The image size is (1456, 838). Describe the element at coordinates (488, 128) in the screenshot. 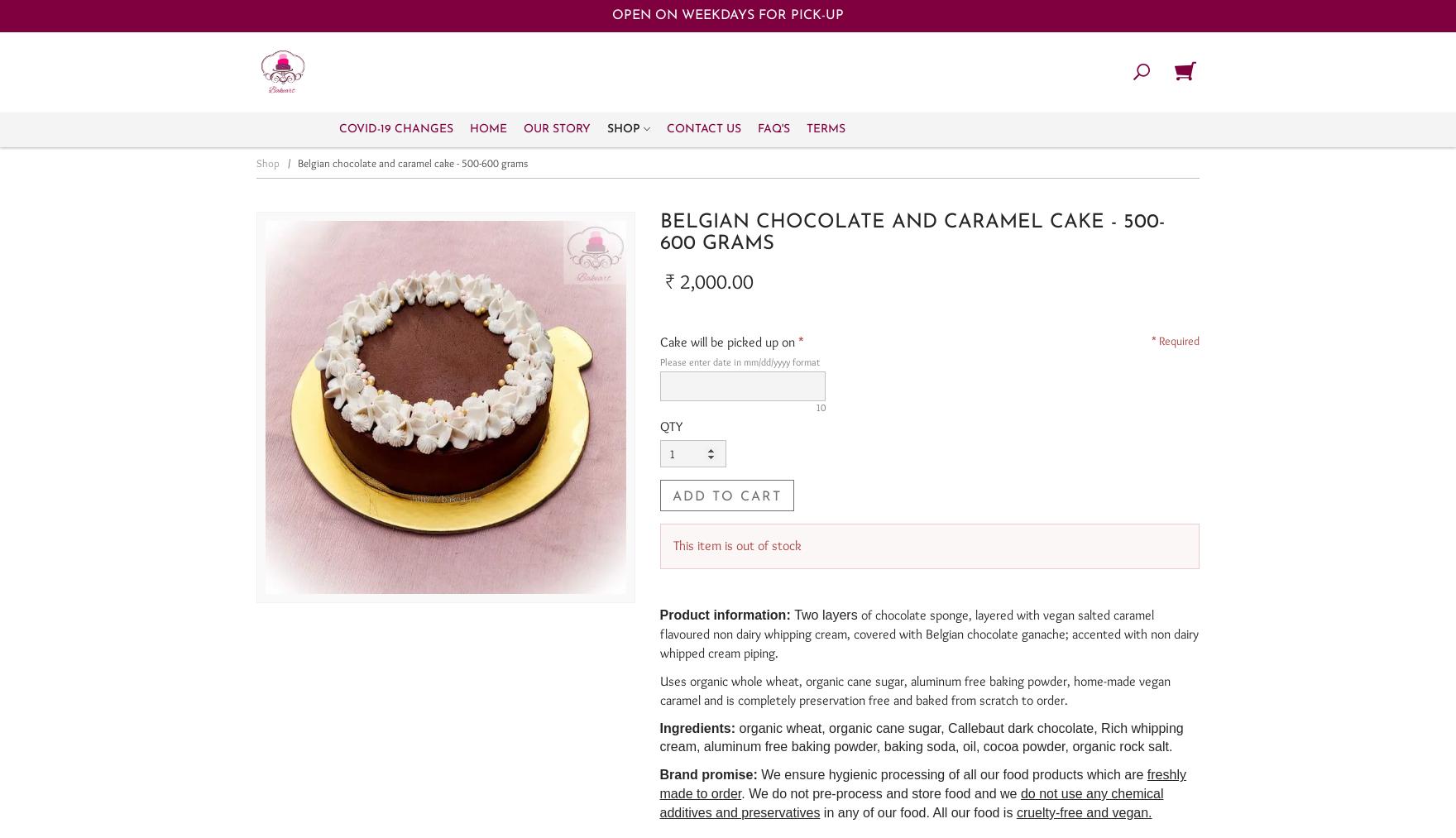

I see `'Home'` at that location.